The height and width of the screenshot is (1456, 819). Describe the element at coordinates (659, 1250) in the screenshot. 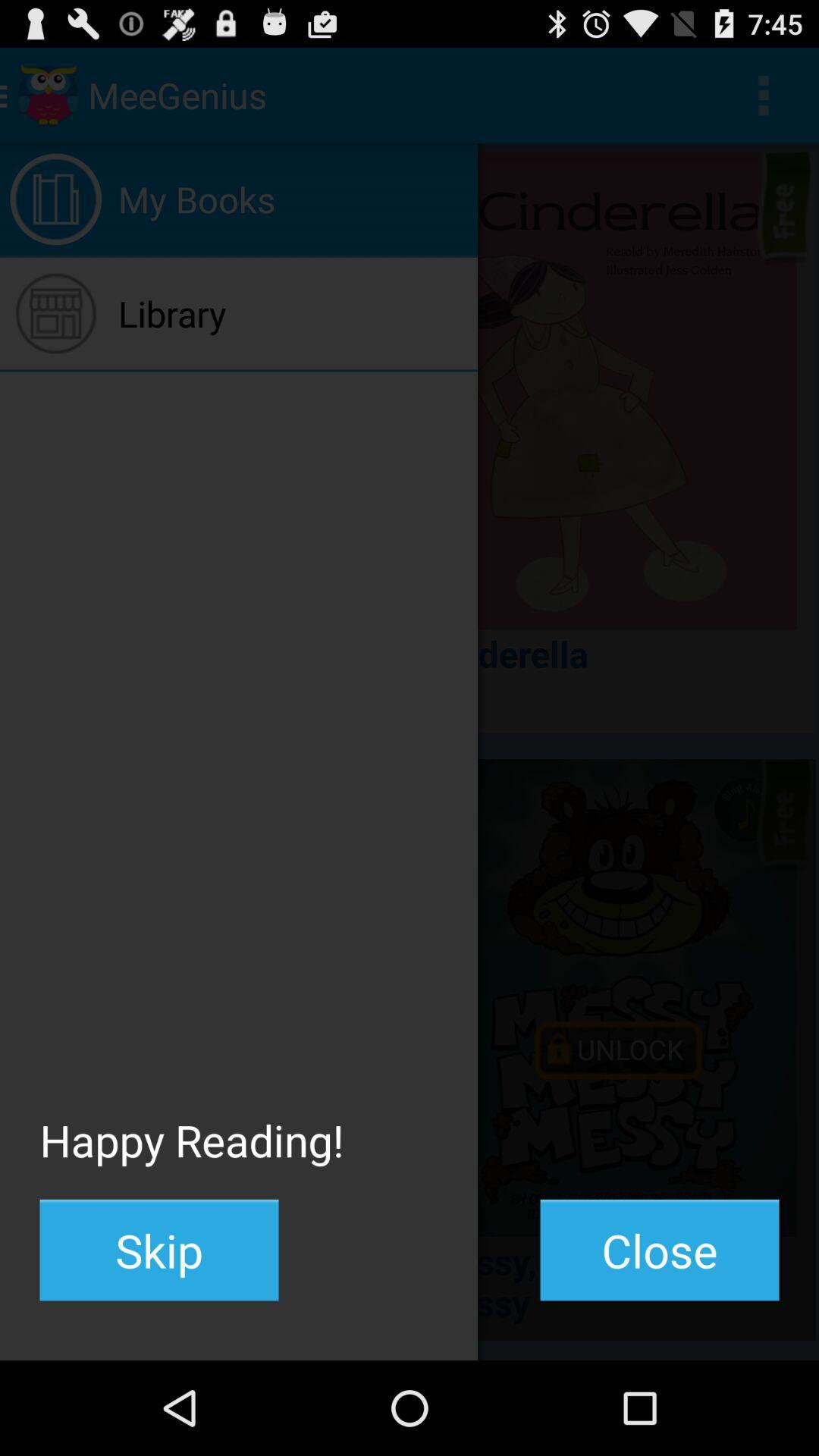

I see `close button` at that location.